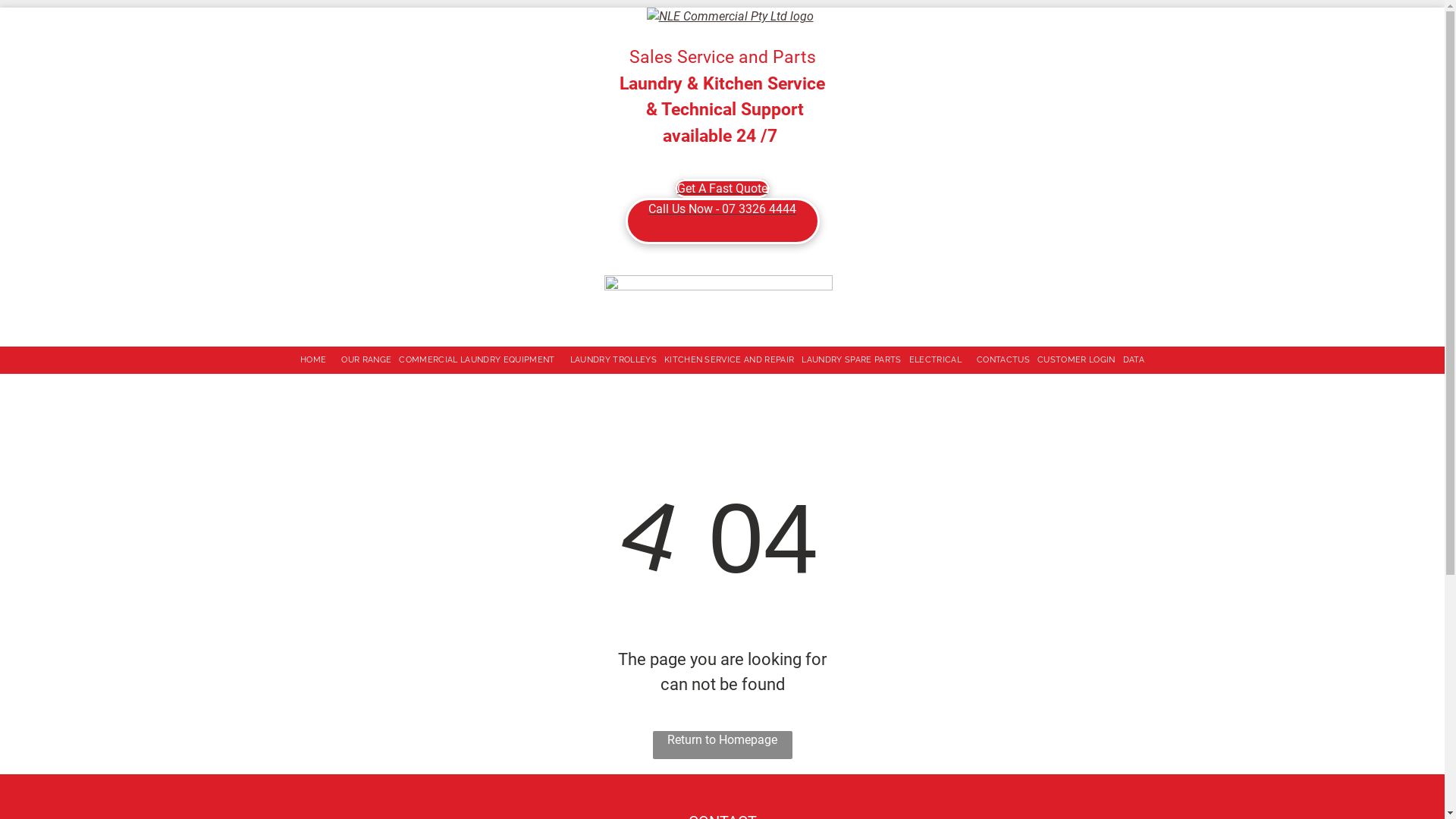 This screenshot has height=819, width=1456. Describe the element at coordinates (851, 360) in the screenshot. I see `'LAUNDRY SPARE PARTS'` at that location.